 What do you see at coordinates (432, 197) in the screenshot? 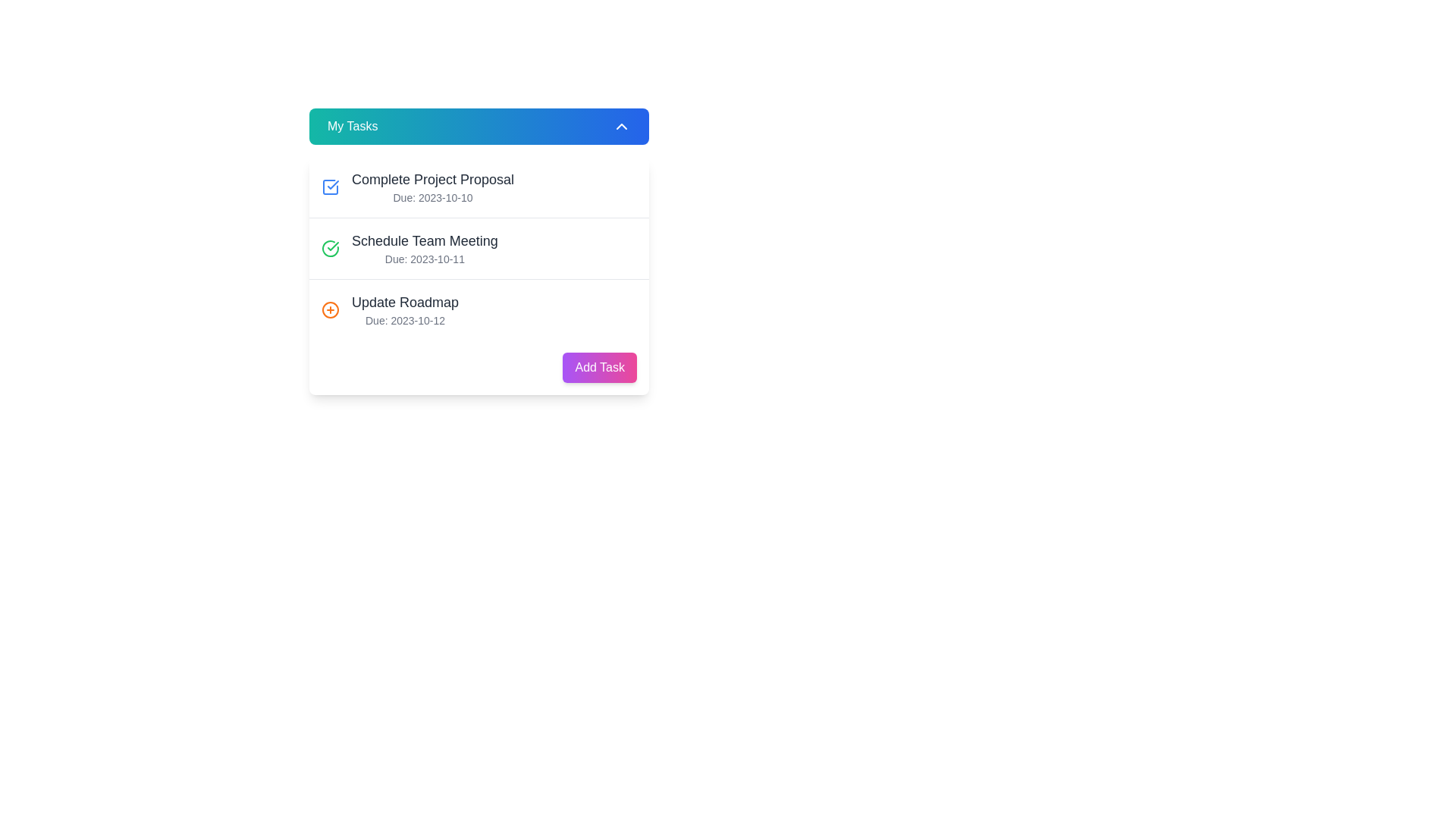
I see `the informational label indicating the due date of the task 'Complete Project Proposal', which is positioned directly underneath its title` at bounding box center [432, 197].